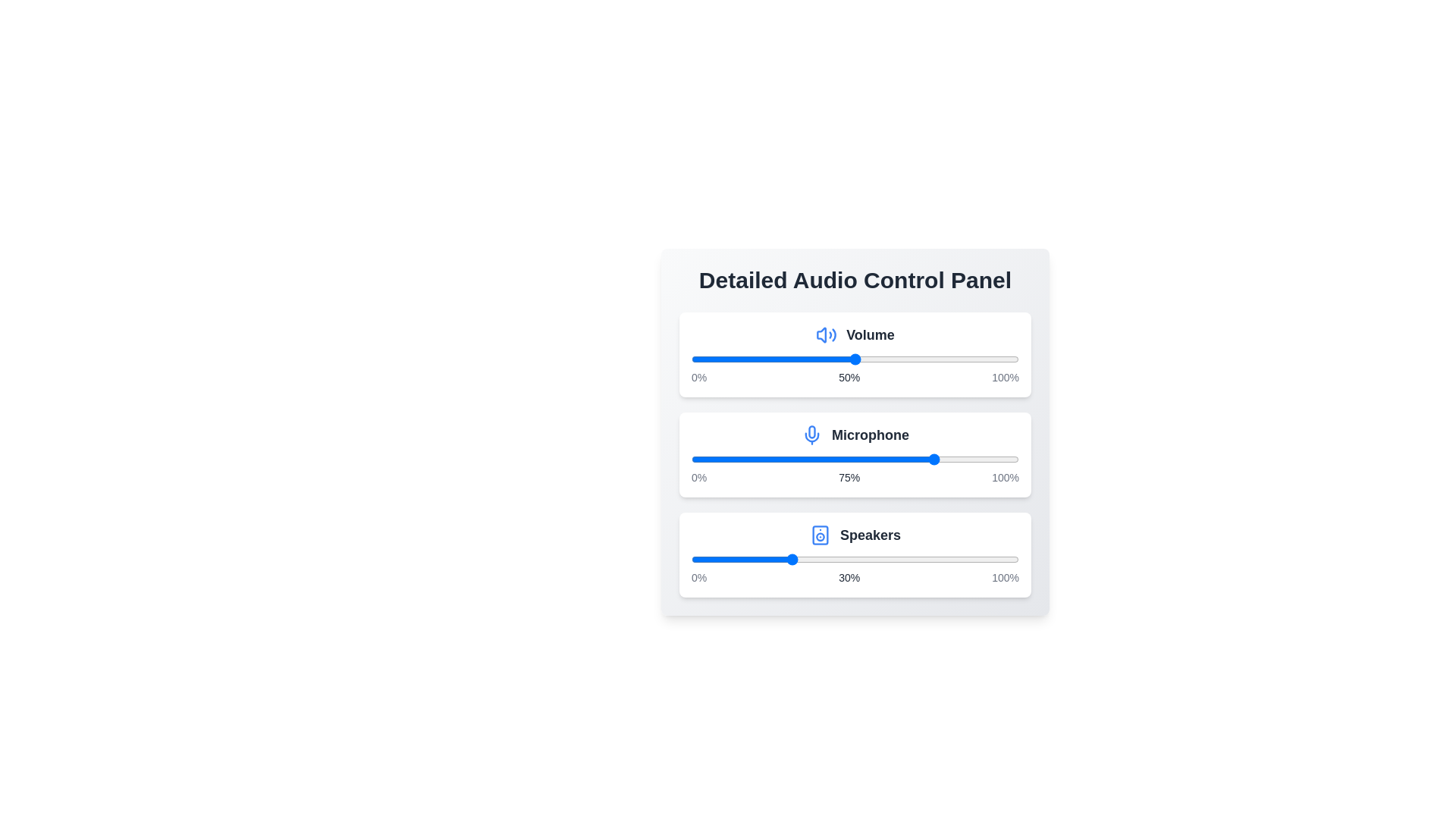 This screenshot has height=819, width=1456. I want to click on the speaker level to 16% using the slider, so click(744, 559).